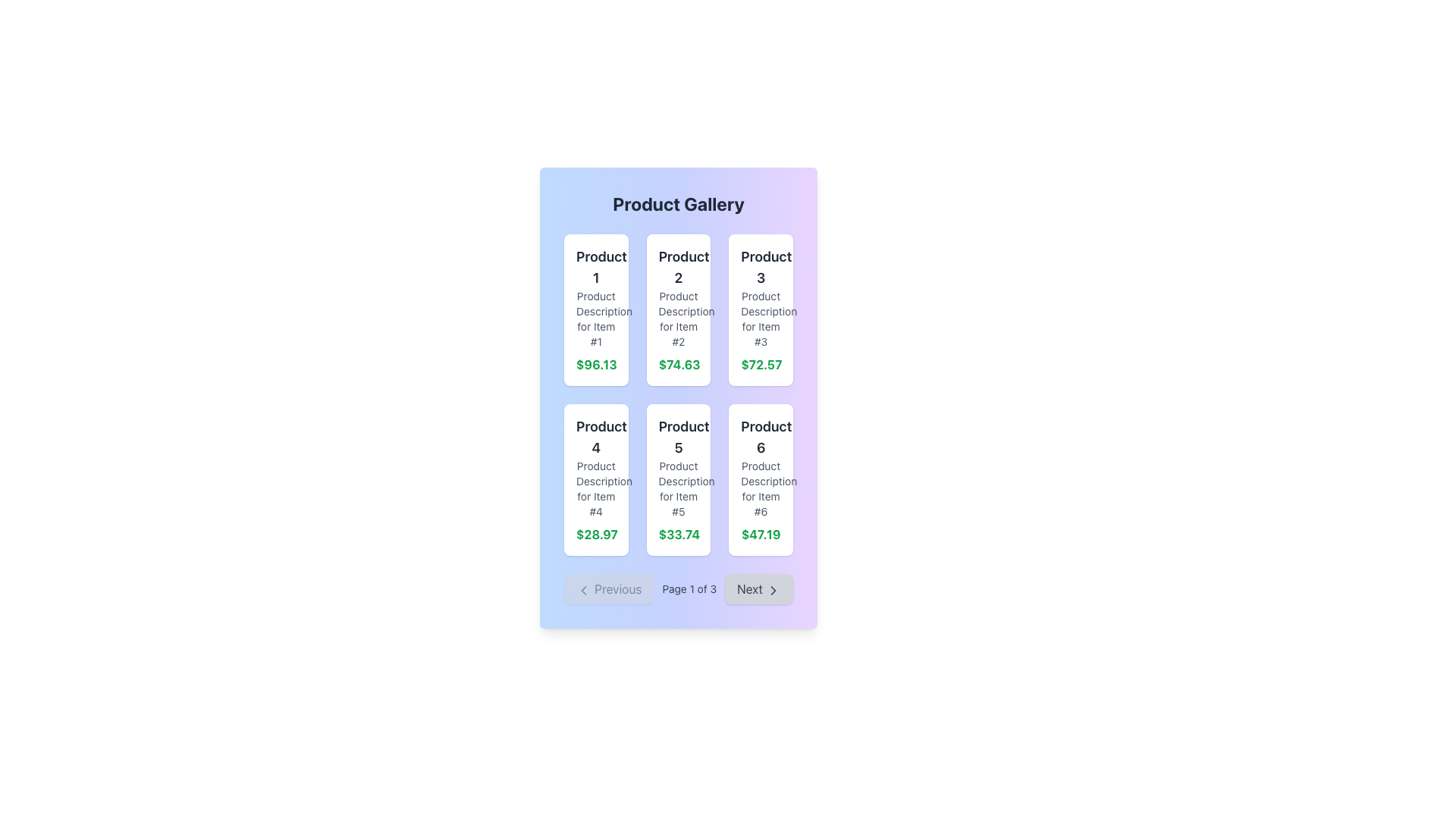 This screenshot has height=819, width=1456. I want to click on the text label providing a descriptive summary for 'Product 5', which is located below the product title and above the price in the product card, so click(677, 488).